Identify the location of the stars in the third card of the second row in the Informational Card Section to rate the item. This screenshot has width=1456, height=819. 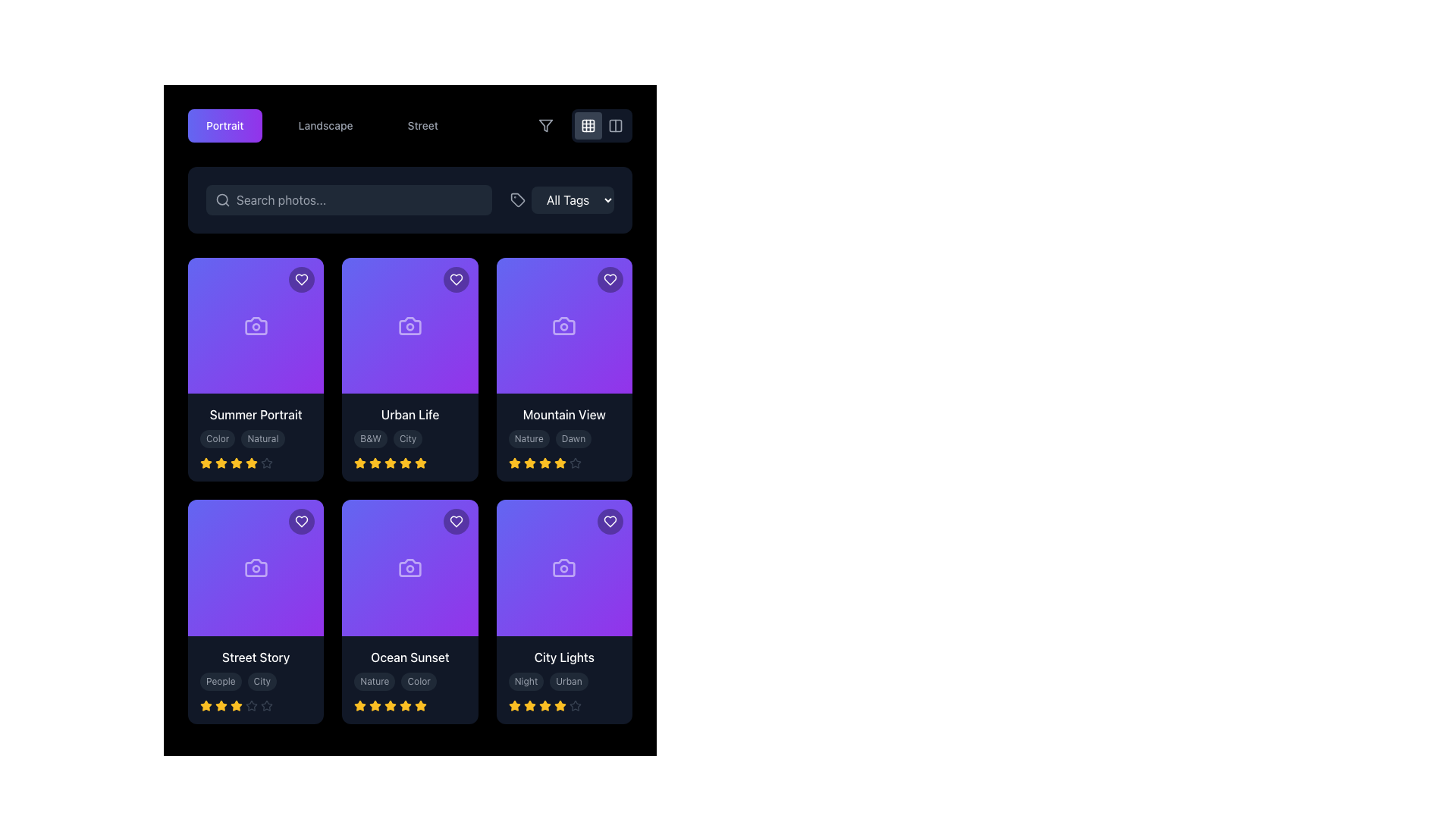
(256, 679).